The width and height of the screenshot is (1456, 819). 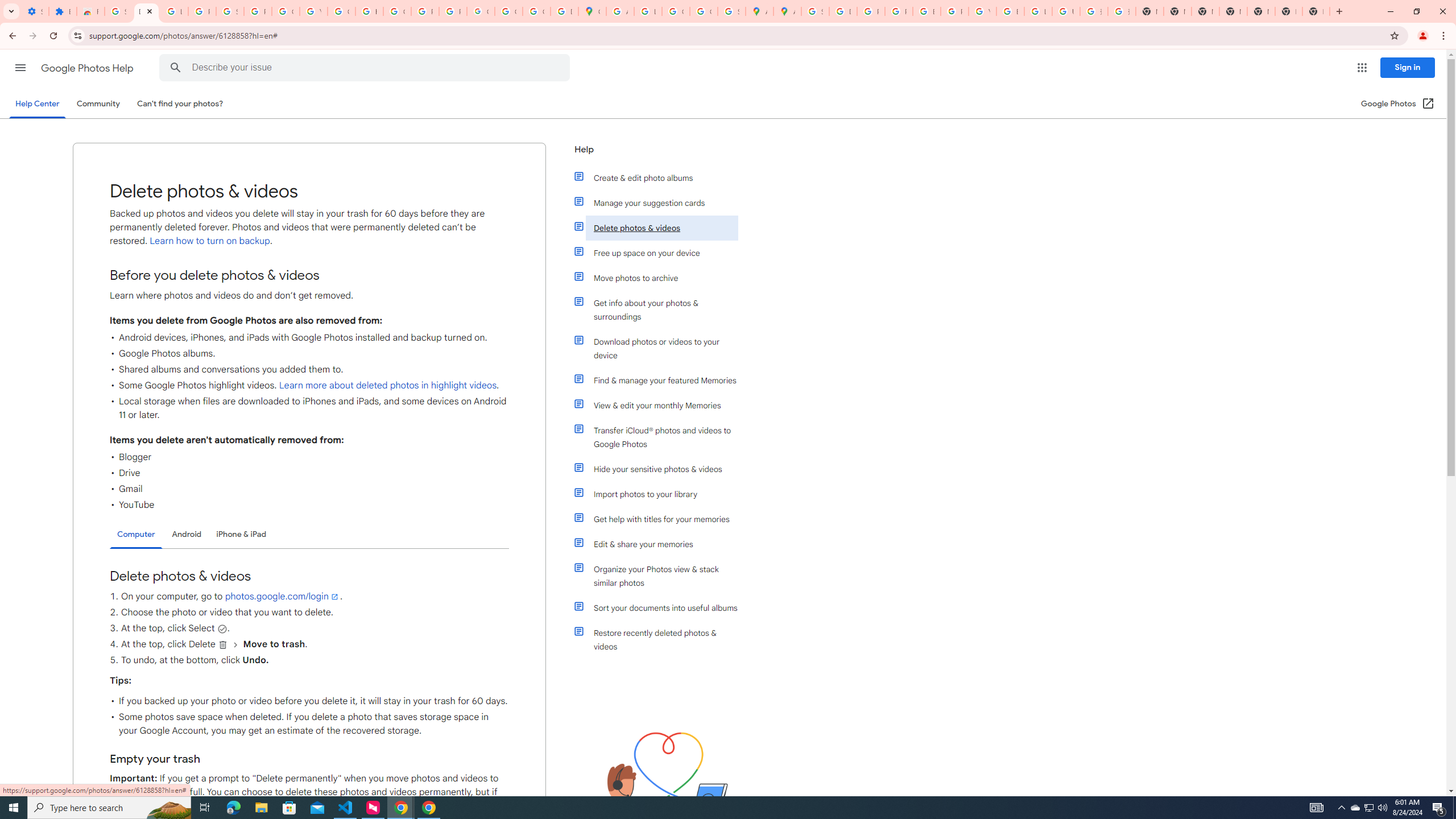 I want to click on 'Privacy Help Center - Policies Help', so click(x=870, y=11).